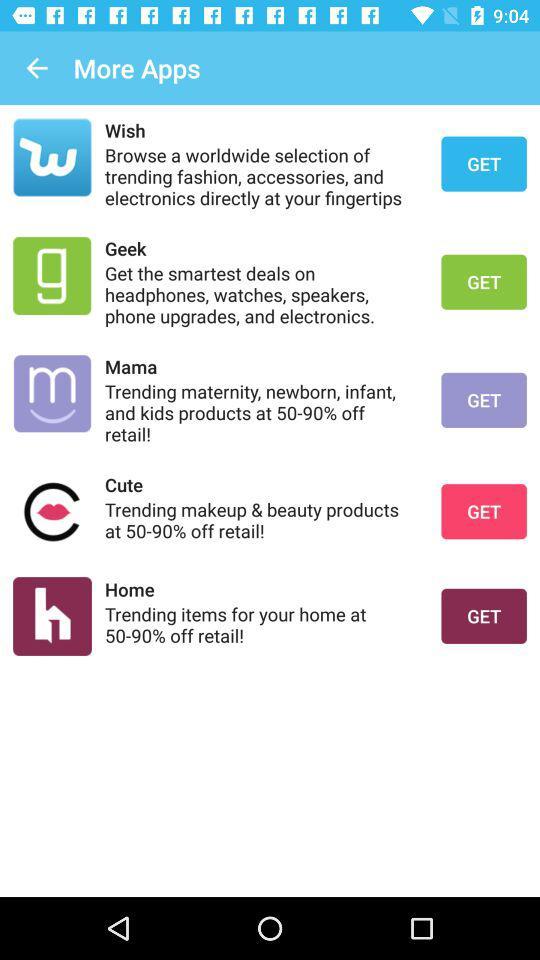  Describe the element at coordinates (260, 623) in the screenshot. I see `trending items for item` at that location.